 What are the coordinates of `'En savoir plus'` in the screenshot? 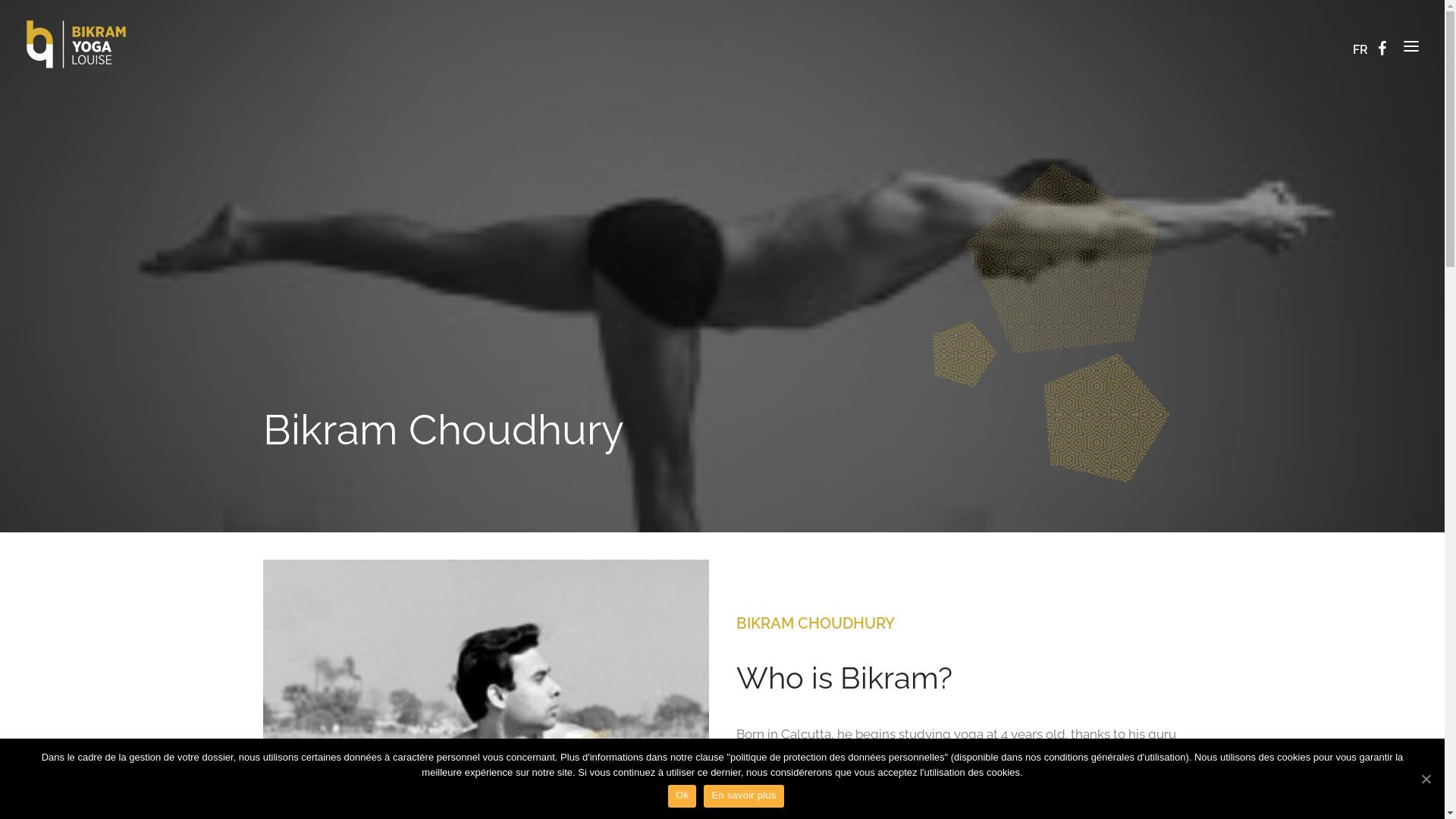 It's located at (743, 795).